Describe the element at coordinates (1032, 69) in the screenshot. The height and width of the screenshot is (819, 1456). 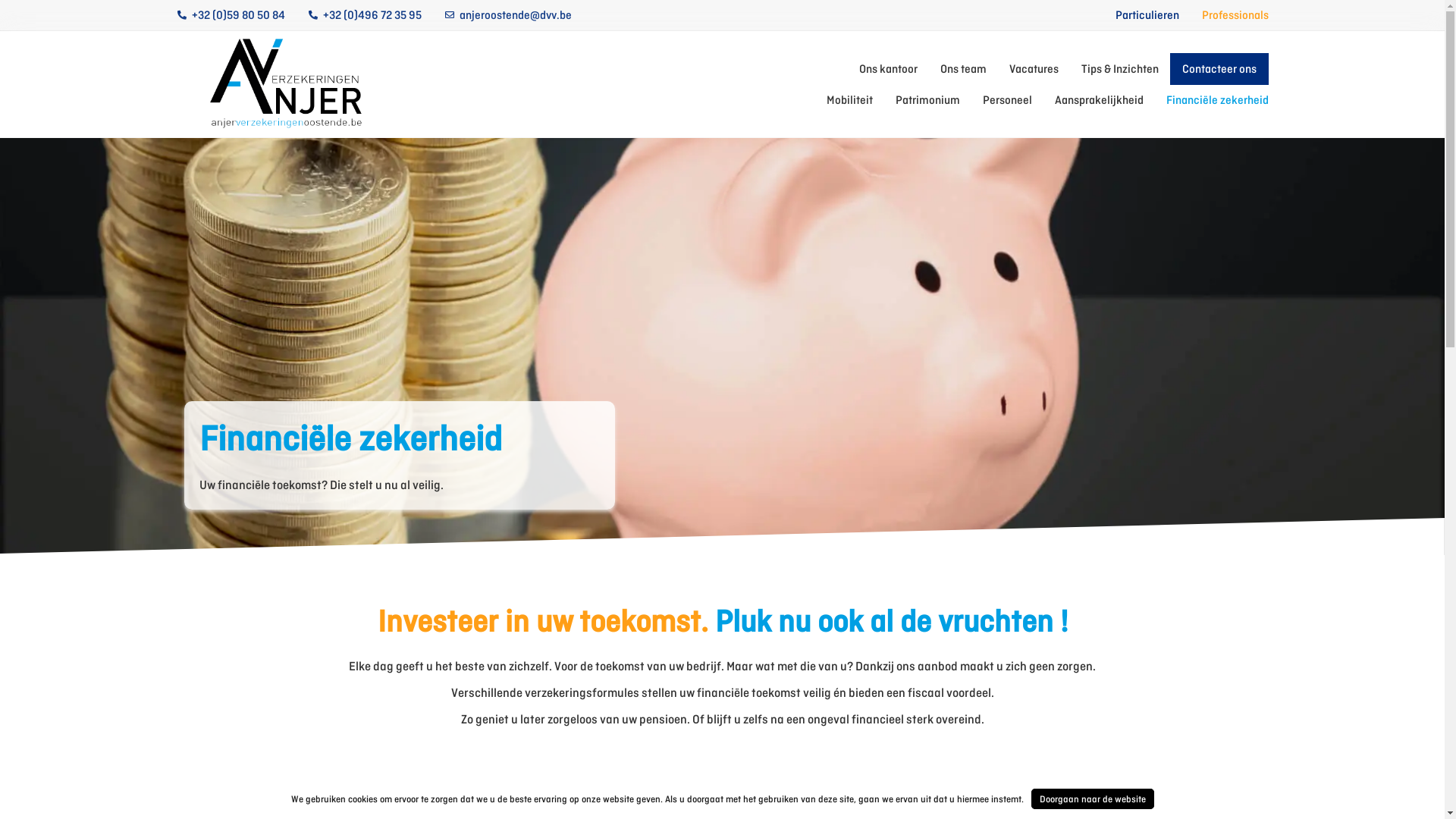
I see `'Vacatures'` at that location.